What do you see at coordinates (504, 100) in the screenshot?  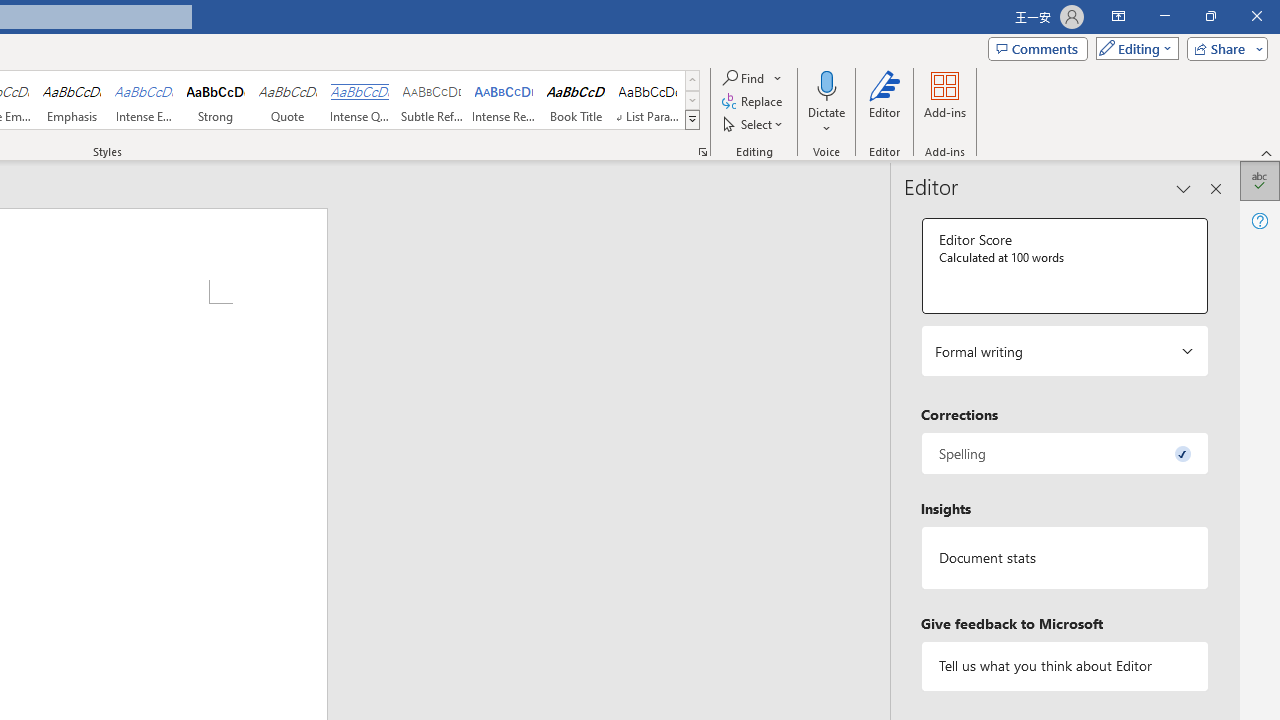 I see `'Intense Reference'` at bounding box center [504, 100].